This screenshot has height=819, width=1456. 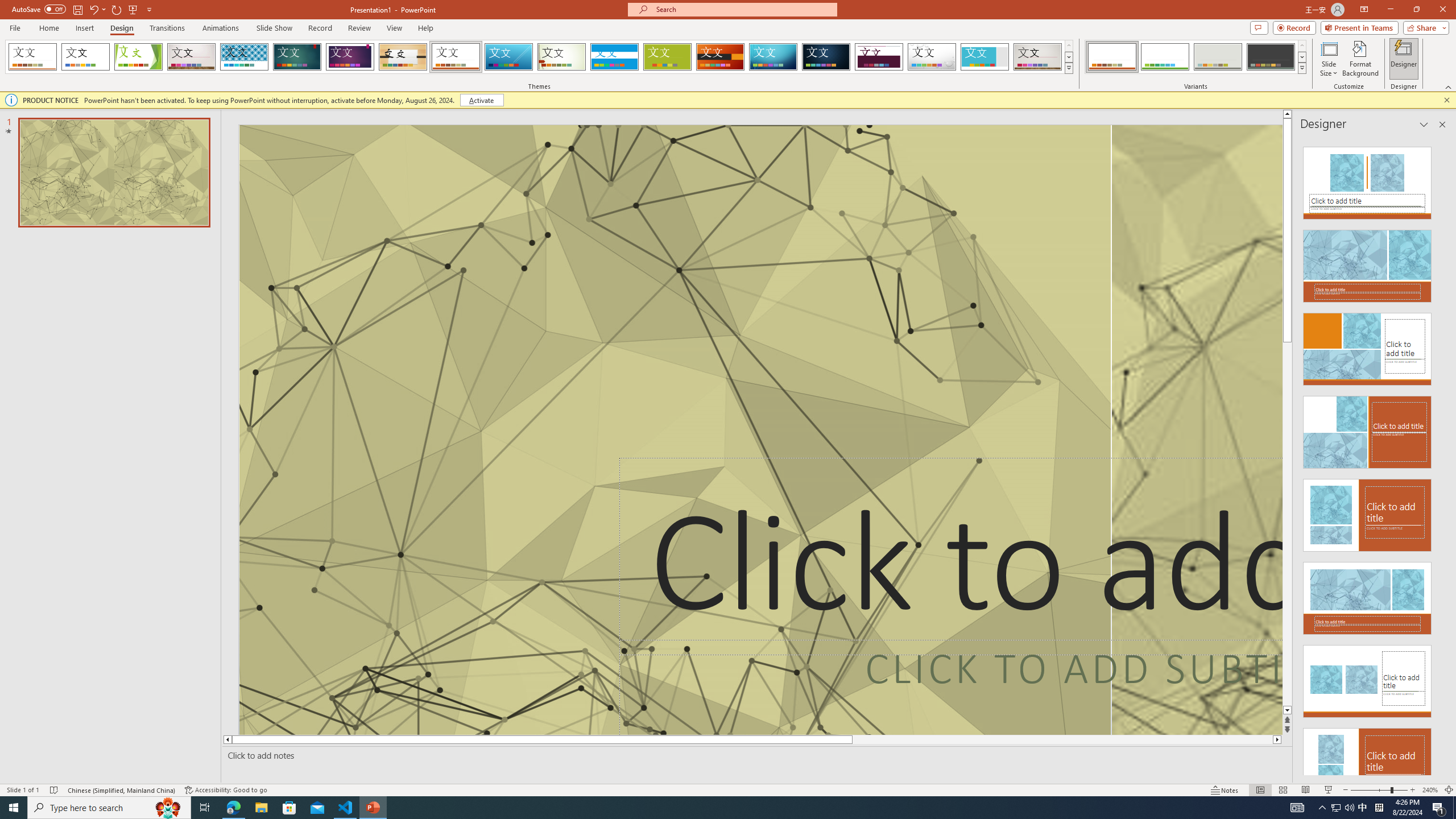 I want to click on 'Dividend', so click(x=879, y=56).